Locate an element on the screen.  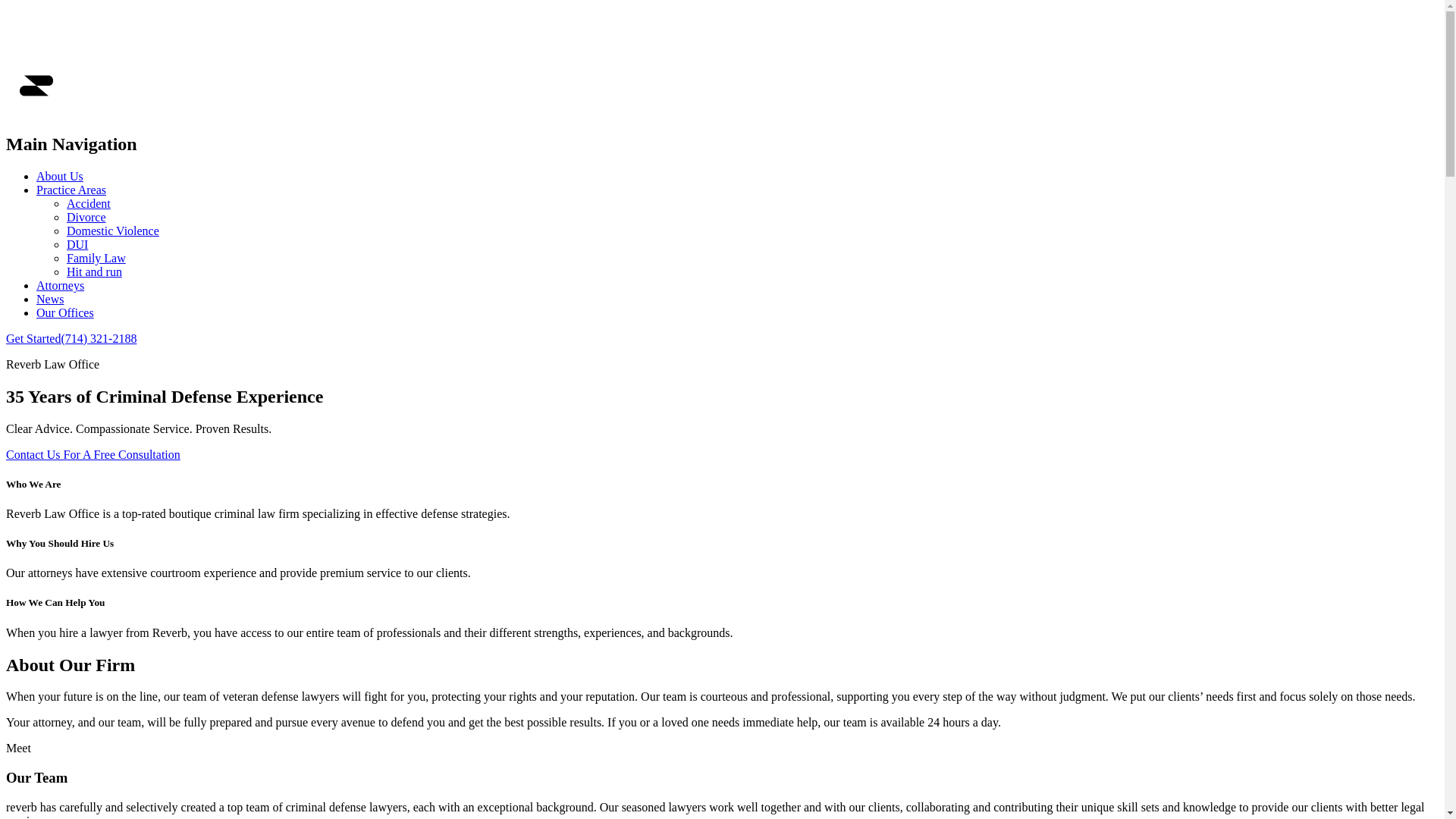
'Attorneys' is located at coordinates (36, 285).